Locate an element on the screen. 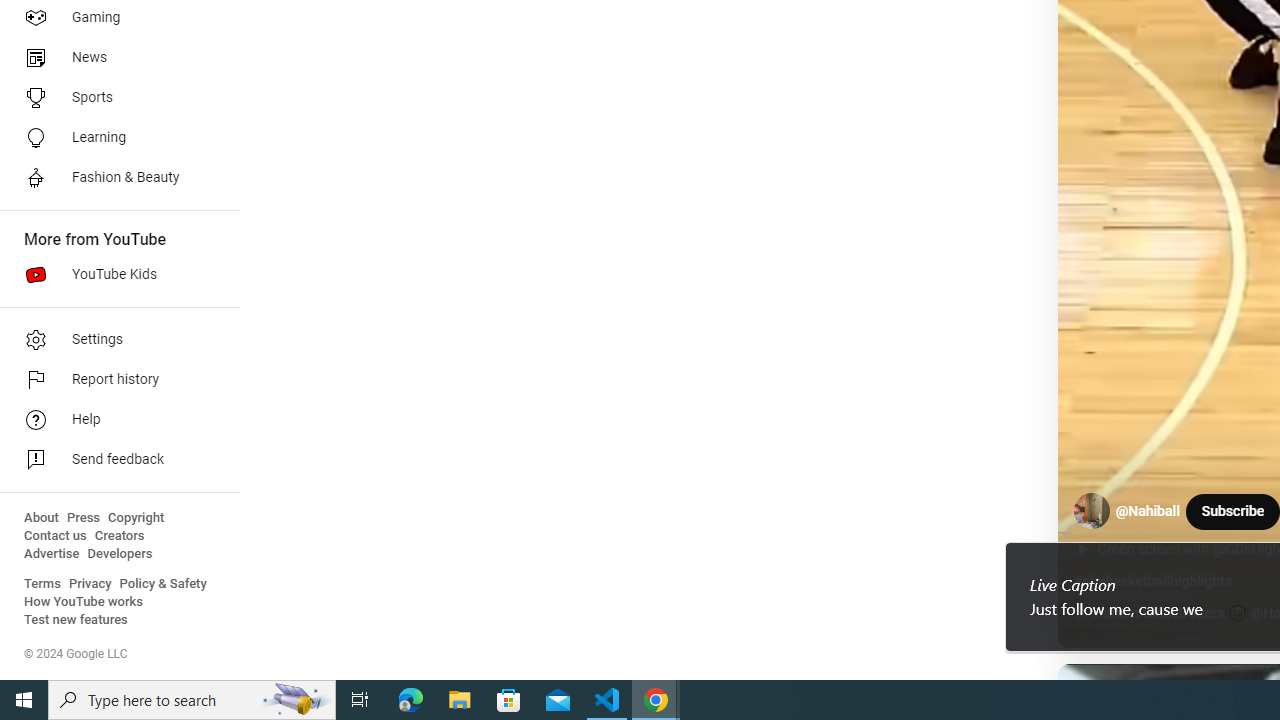 The width and height of the screenshot is (1280, 720). 'Fashion & Beauty' is located at coordinates (112, 176).